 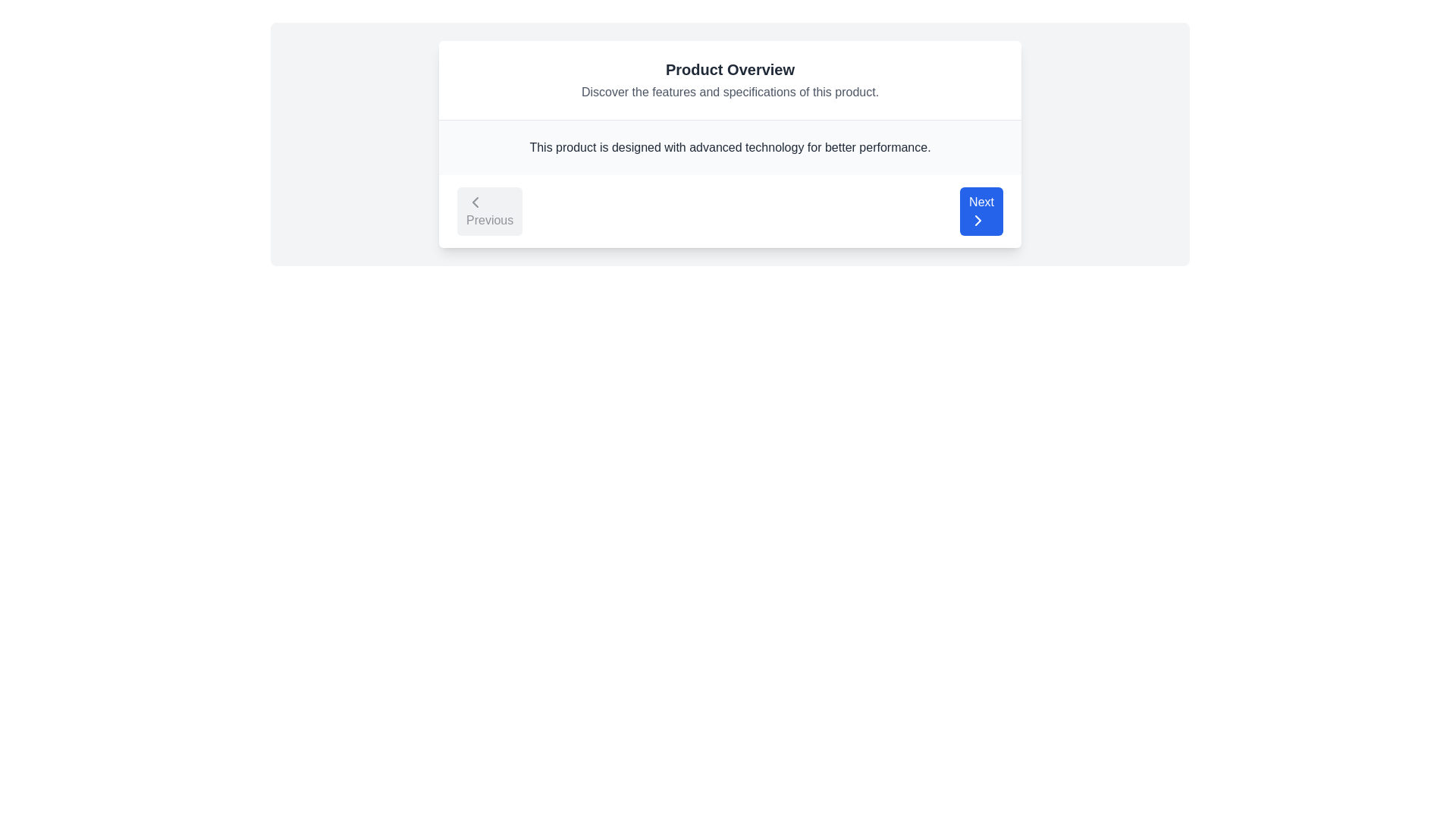 What do you see at coordinates (490, 211) in the screenshot?
I see `the 'Previous' button located in the lower left part of the interface, which has a light gray background and darker gray text with a left-pointing arrow icon` at bounding box center [490, 211].